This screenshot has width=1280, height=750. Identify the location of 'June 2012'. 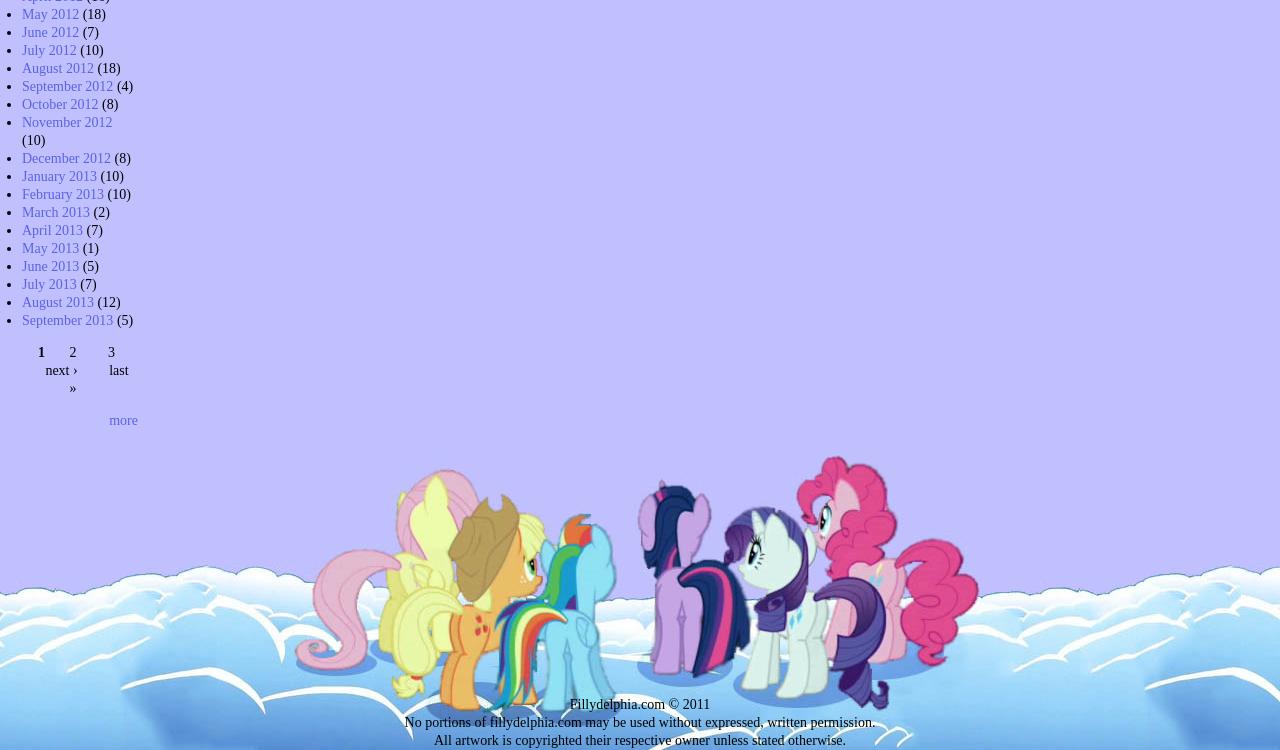
(22, 31).